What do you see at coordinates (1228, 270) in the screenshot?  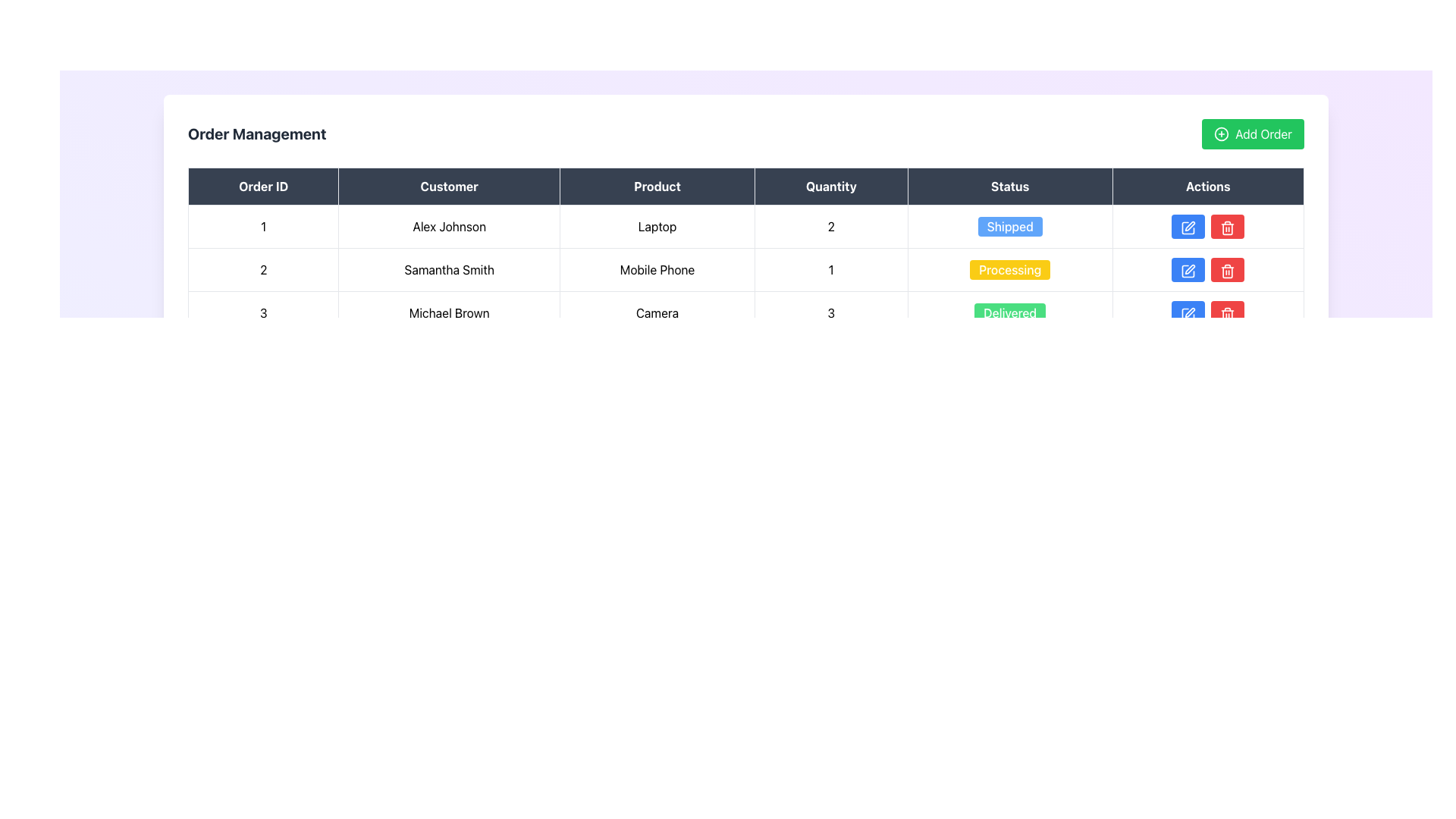 I see `the trash icon button in the Actions column of the third row of the table` at bounding box center [1228, 270].